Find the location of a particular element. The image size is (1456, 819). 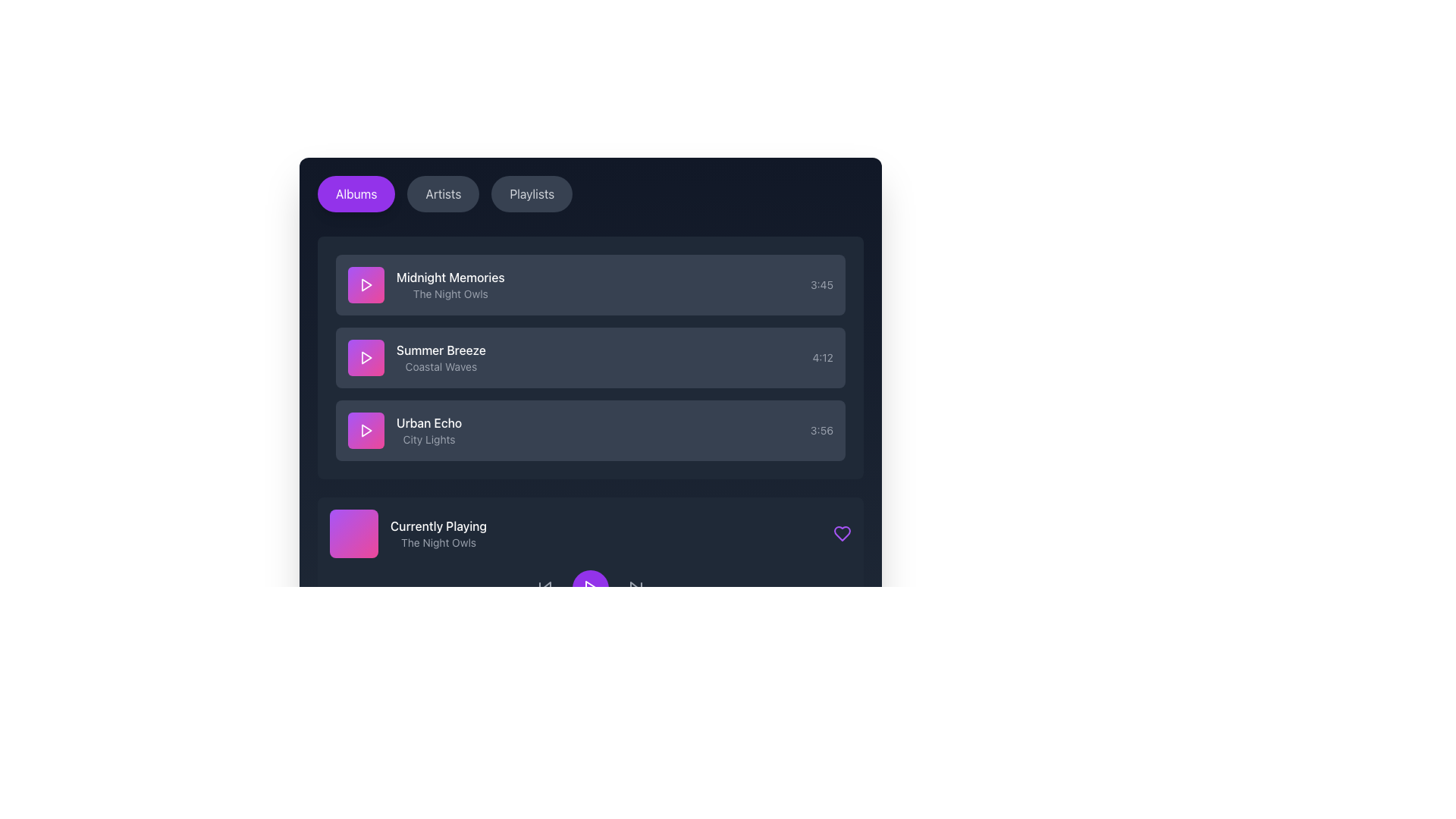

the play button on the 'Summer Breeze' media item card, which is the second row in the list, to play the audio is located at coordinates (589, 357).